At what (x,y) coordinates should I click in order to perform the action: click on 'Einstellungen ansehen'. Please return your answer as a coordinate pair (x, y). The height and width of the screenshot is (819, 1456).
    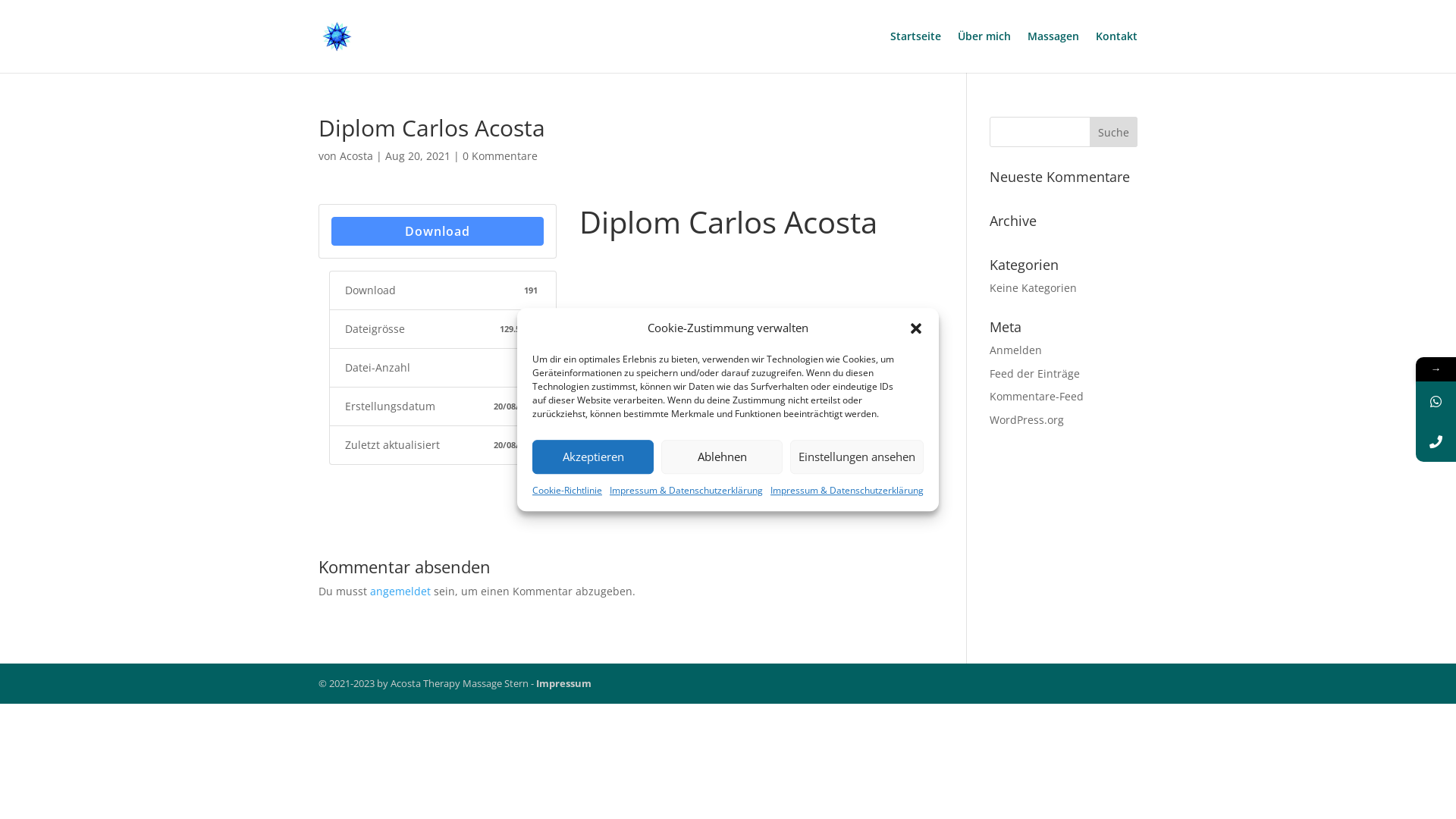
    Looking at the image, I should click on (856, 456).